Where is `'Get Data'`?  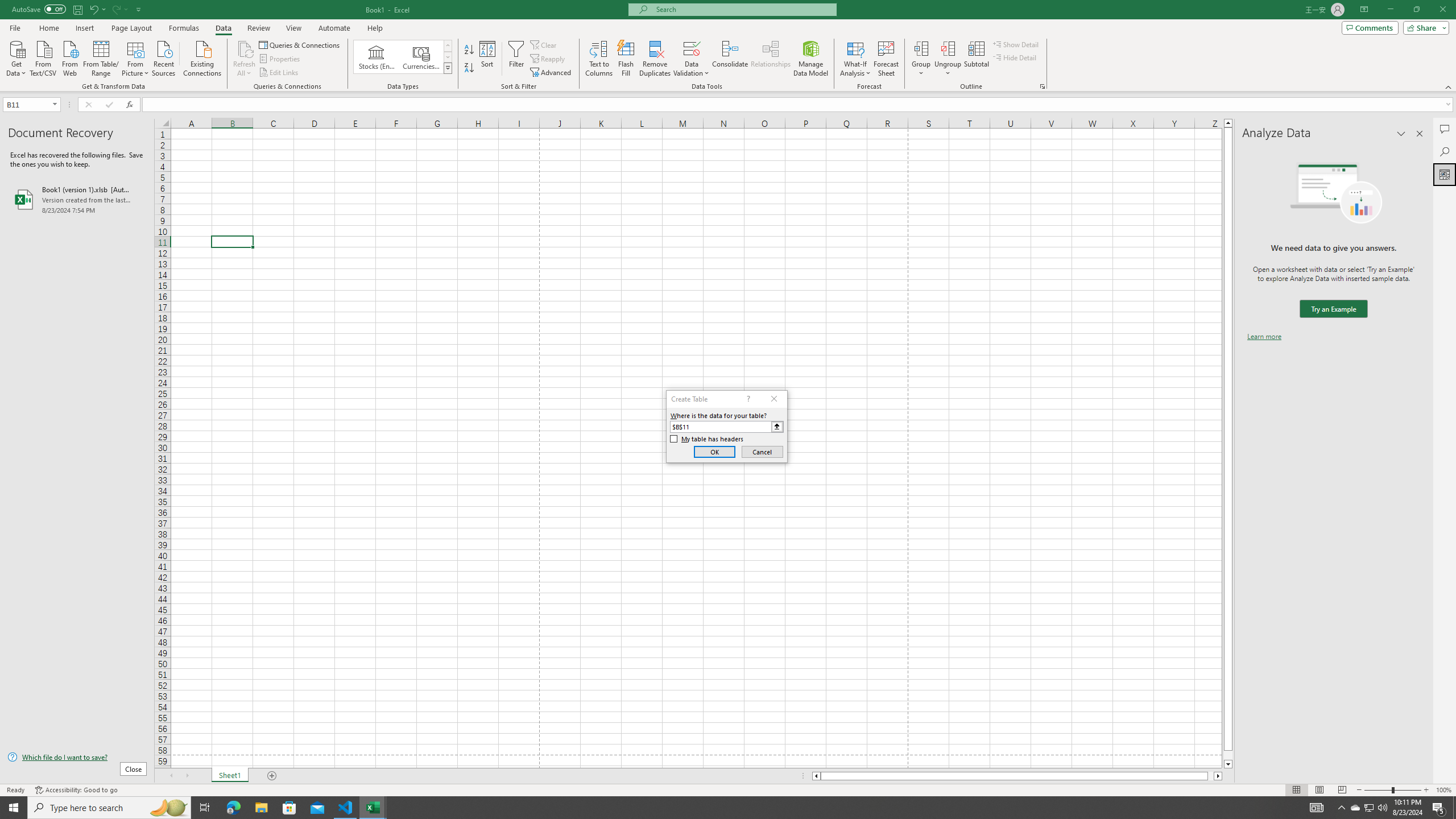 'Get Data' is located at coordinates (16, 57).